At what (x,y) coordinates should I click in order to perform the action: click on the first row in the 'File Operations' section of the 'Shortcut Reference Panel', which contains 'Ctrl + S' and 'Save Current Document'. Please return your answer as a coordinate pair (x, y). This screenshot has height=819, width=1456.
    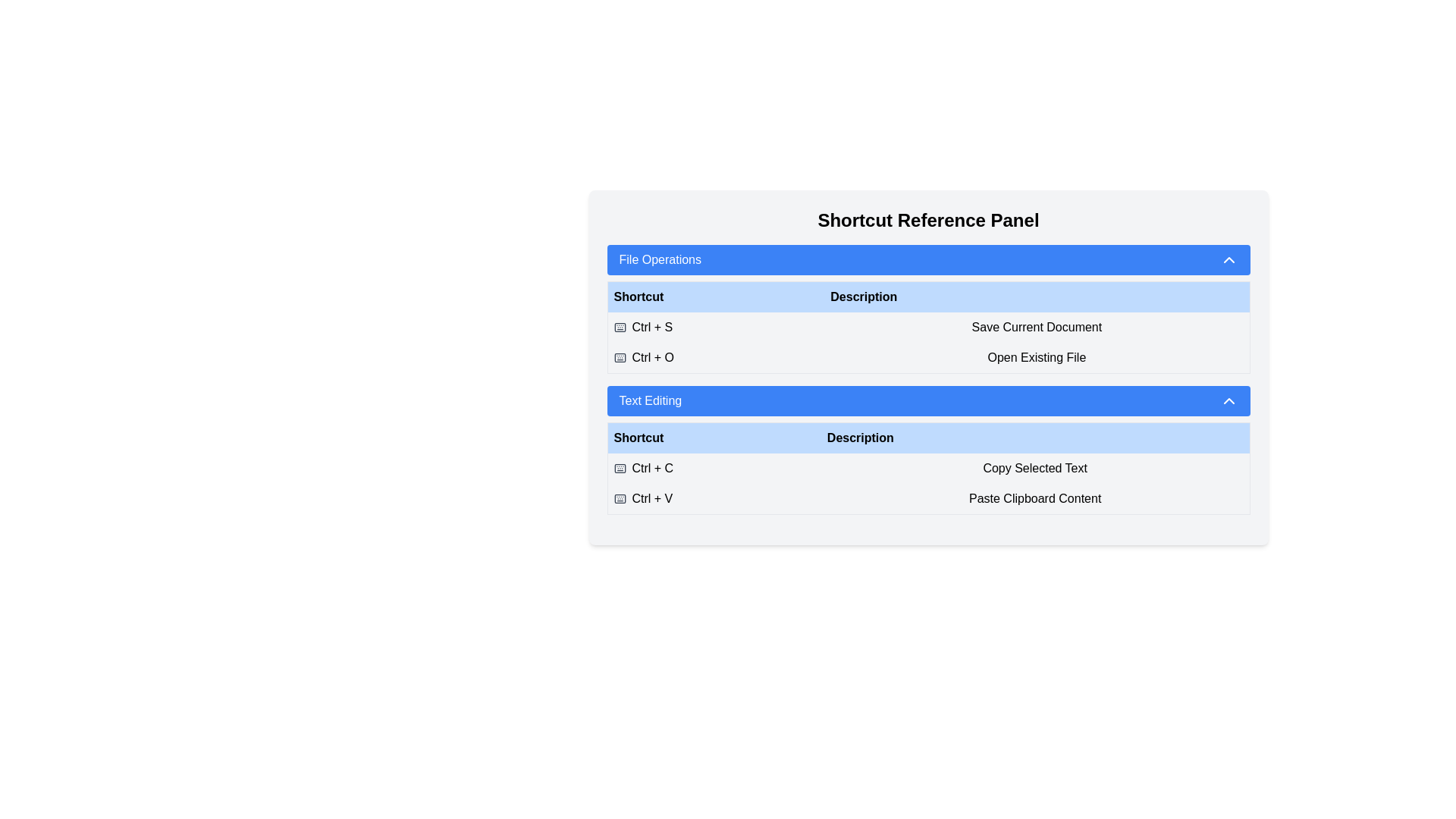
    Looking at the image, I should click on (927, 327).